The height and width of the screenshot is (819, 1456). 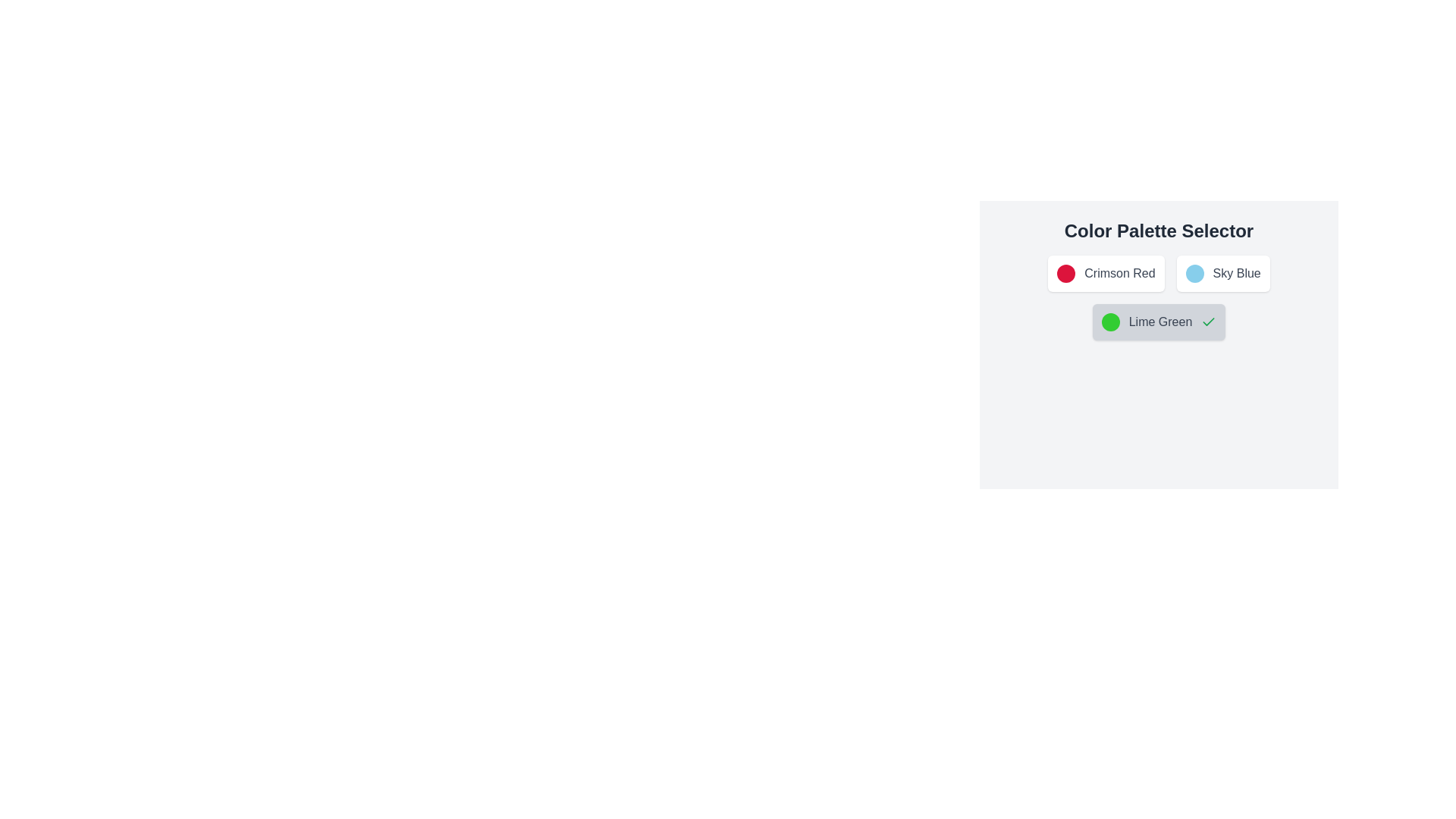 What do you see at coordinates (1106, 274) in the screenshot?
I see `the color palette item corresponding to Crimson Red to toggle its selection state` at bounding box center [1106, 274].